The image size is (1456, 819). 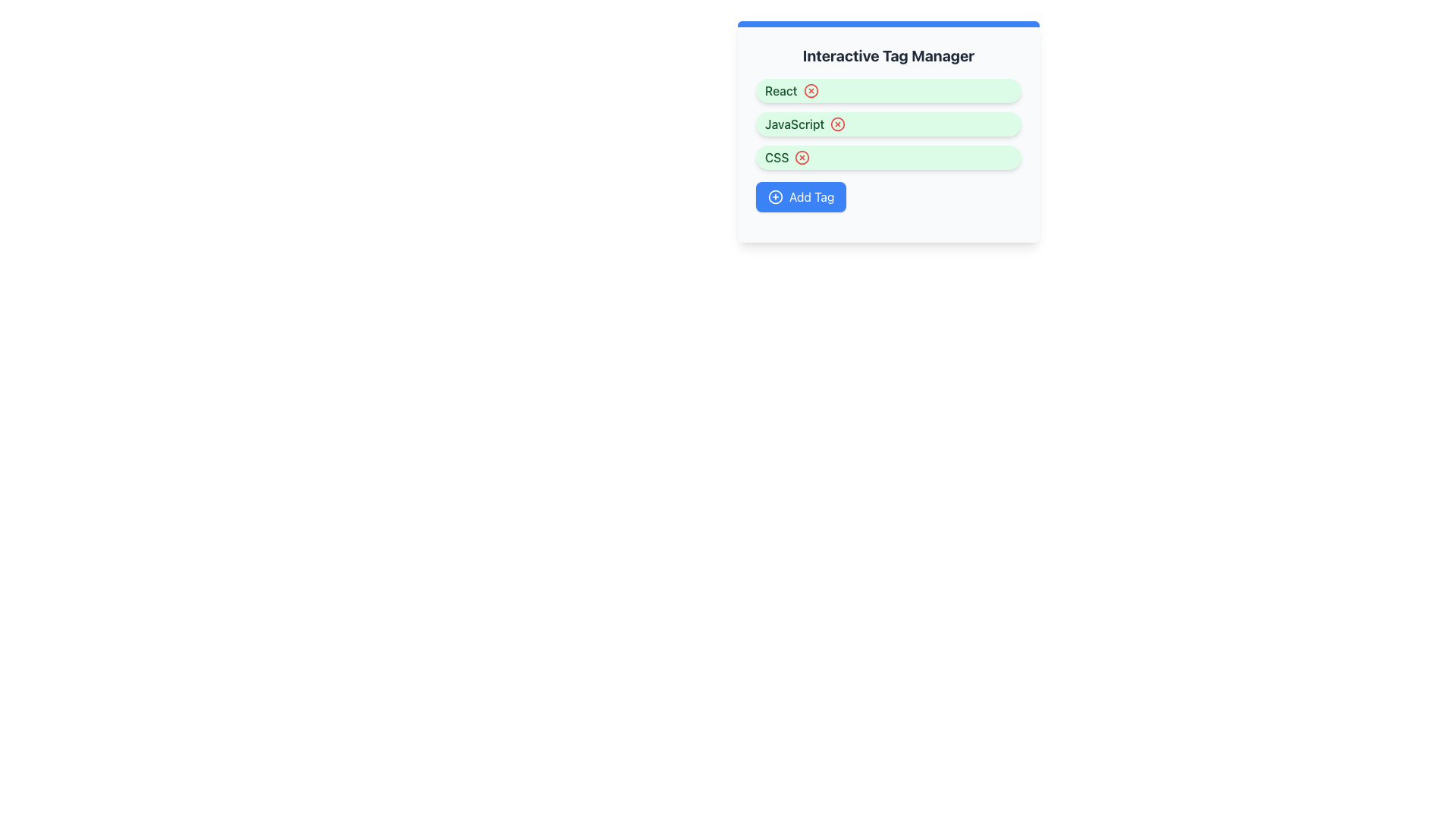 I want to click on the text label reading 'JavaScript' which is styled in dark green and positioned within a light green rounded rectangular badge, so click(x=794, y=124).